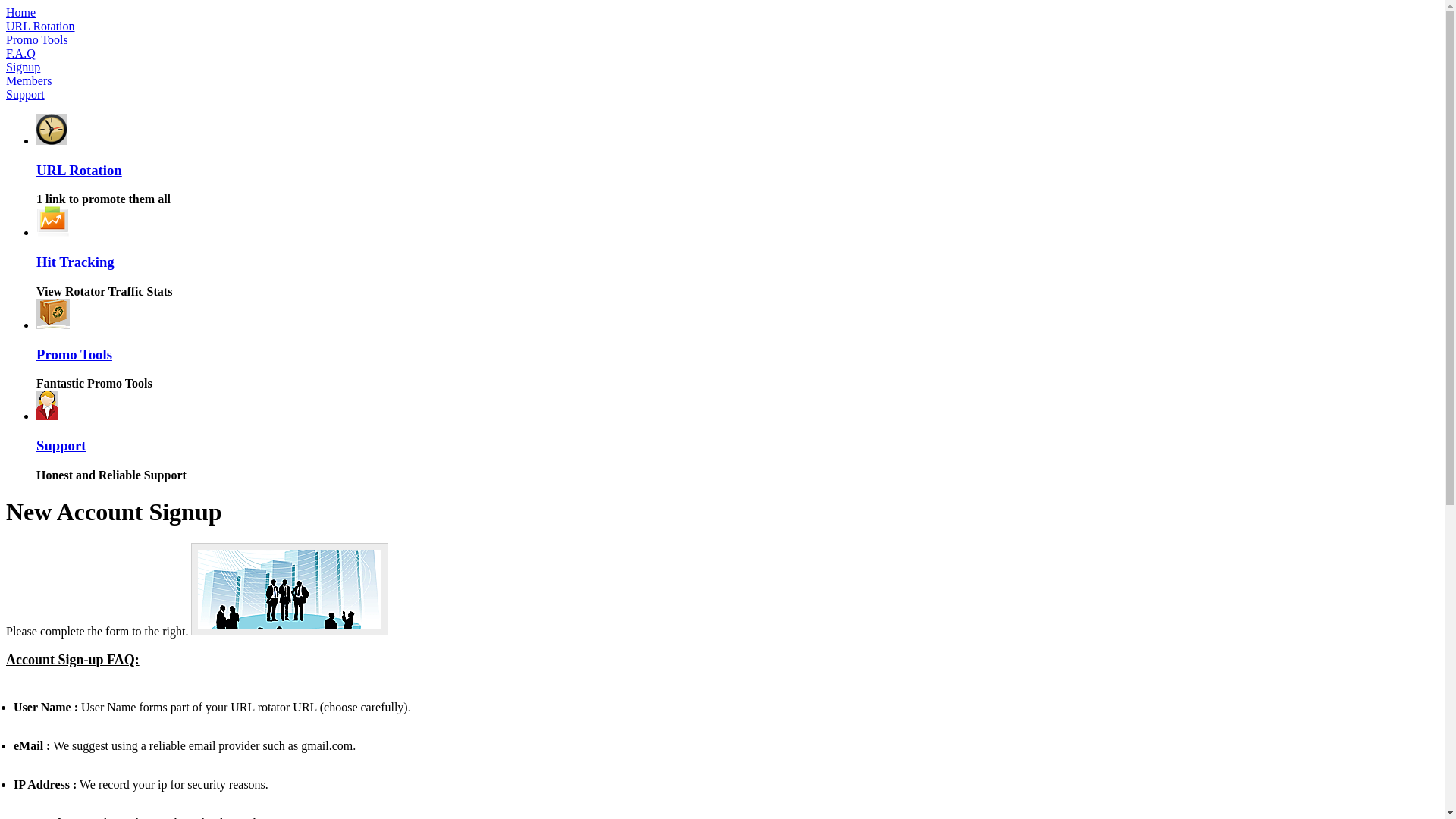 The width and height of the screenshot is (1456, 819). I want to click on 'Support', so click(61, 444).